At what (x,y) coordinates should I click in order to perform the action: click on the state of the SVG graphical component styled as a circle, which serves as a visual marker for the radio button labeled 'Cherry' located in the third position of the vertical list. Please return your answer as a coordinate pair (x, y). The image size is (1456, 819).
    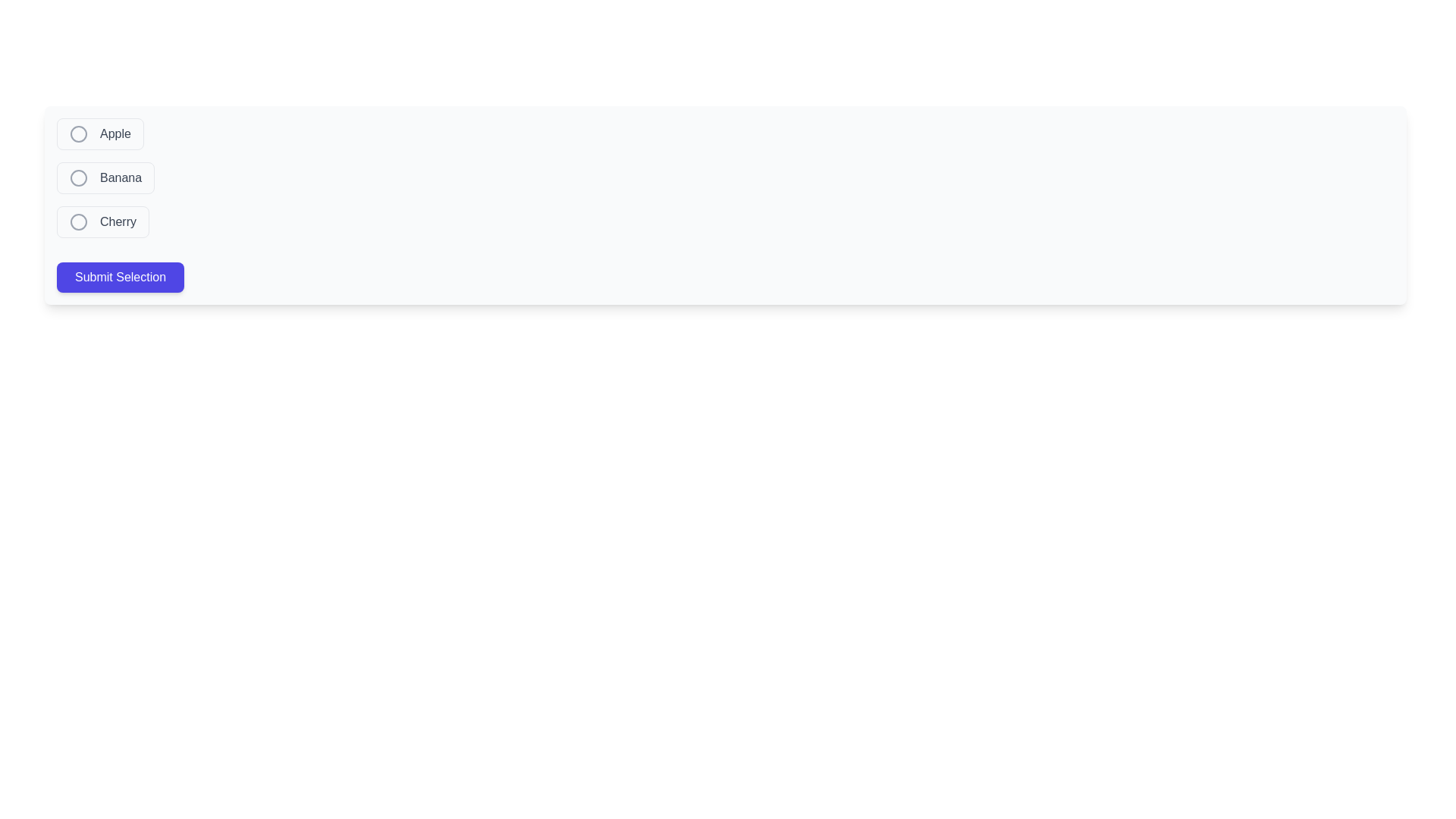
    Looking at the image, I should click on (78, 222).